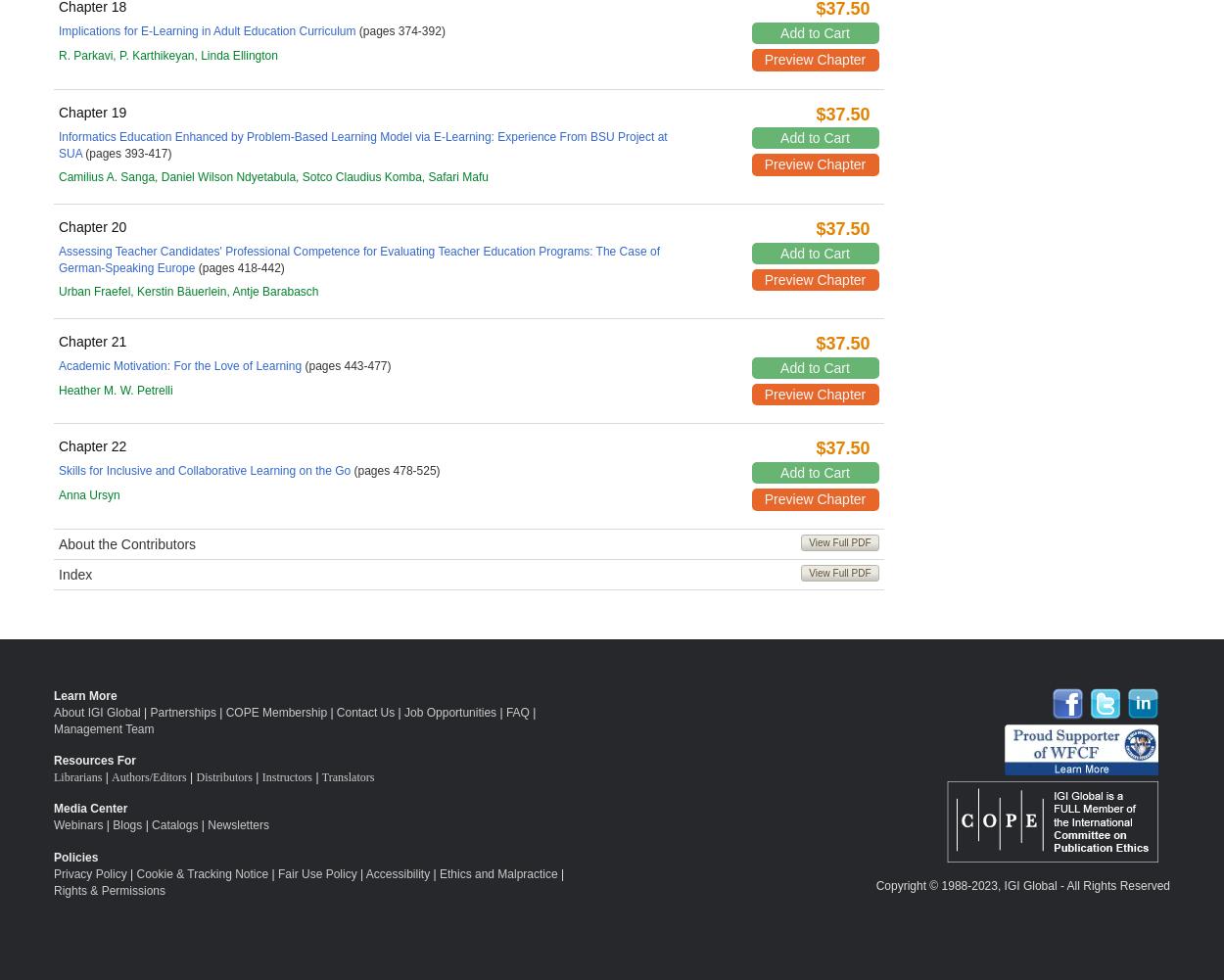  Describe the element at coordinates (276, 712) in the screenshot. I see `'COPE Membership'` at that location.